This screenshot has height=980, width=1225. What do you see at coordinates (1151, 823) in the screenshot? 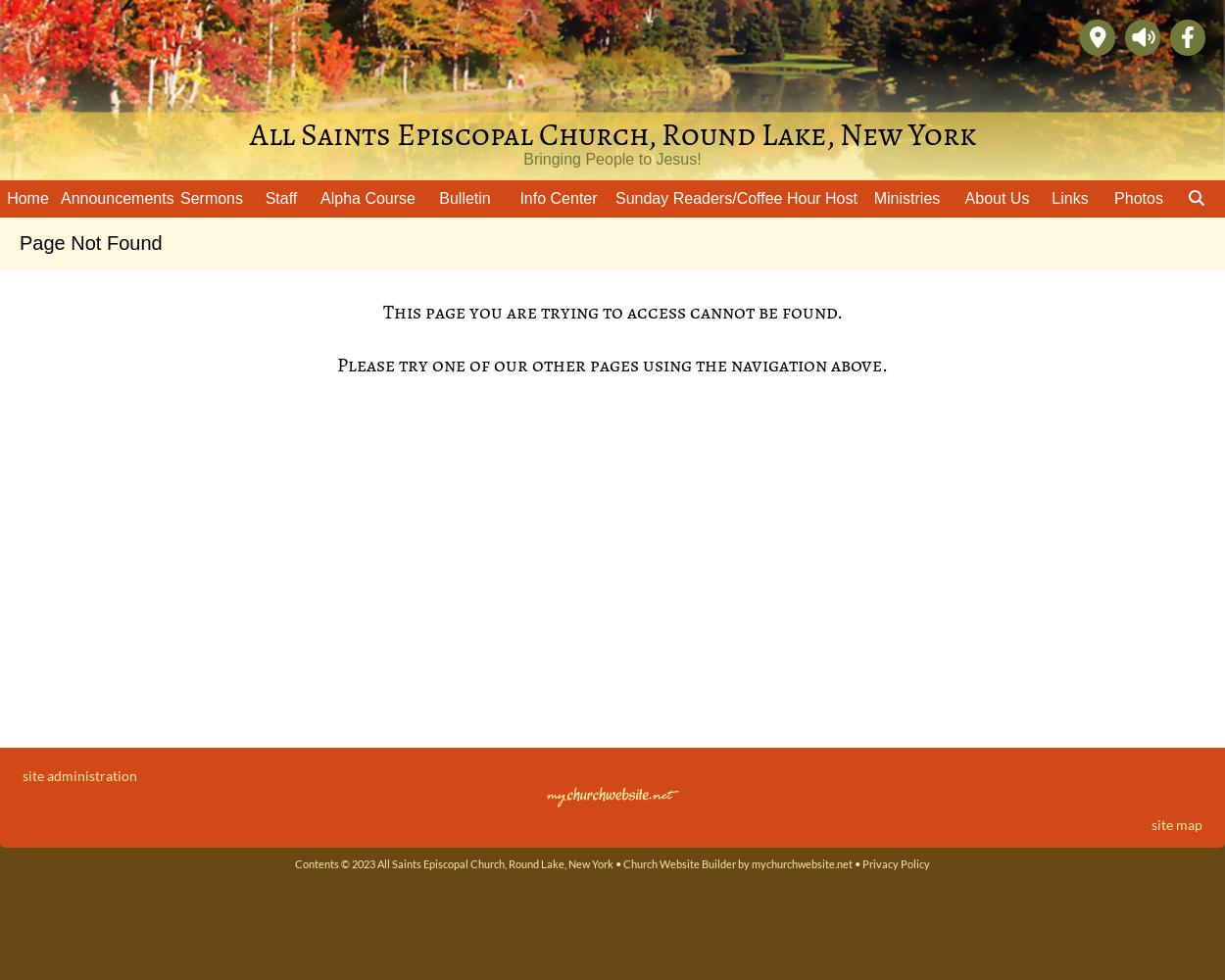
I see `'site map'` at bounding box center [1151, 823].